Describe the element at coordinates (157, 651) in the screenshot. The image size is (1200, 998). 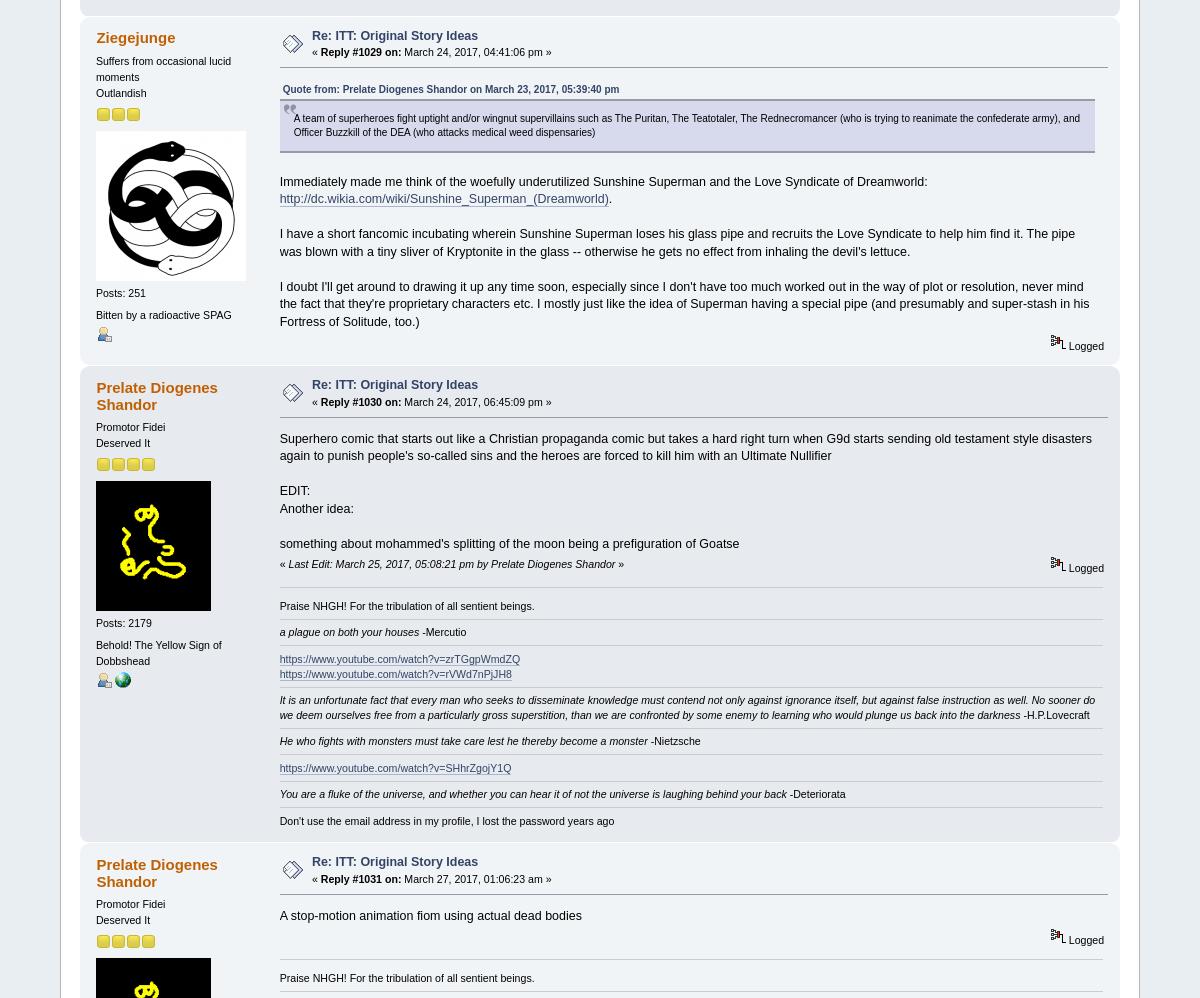
I see `'Behold! The Yellow Sign of Dobbshead'` at that location.